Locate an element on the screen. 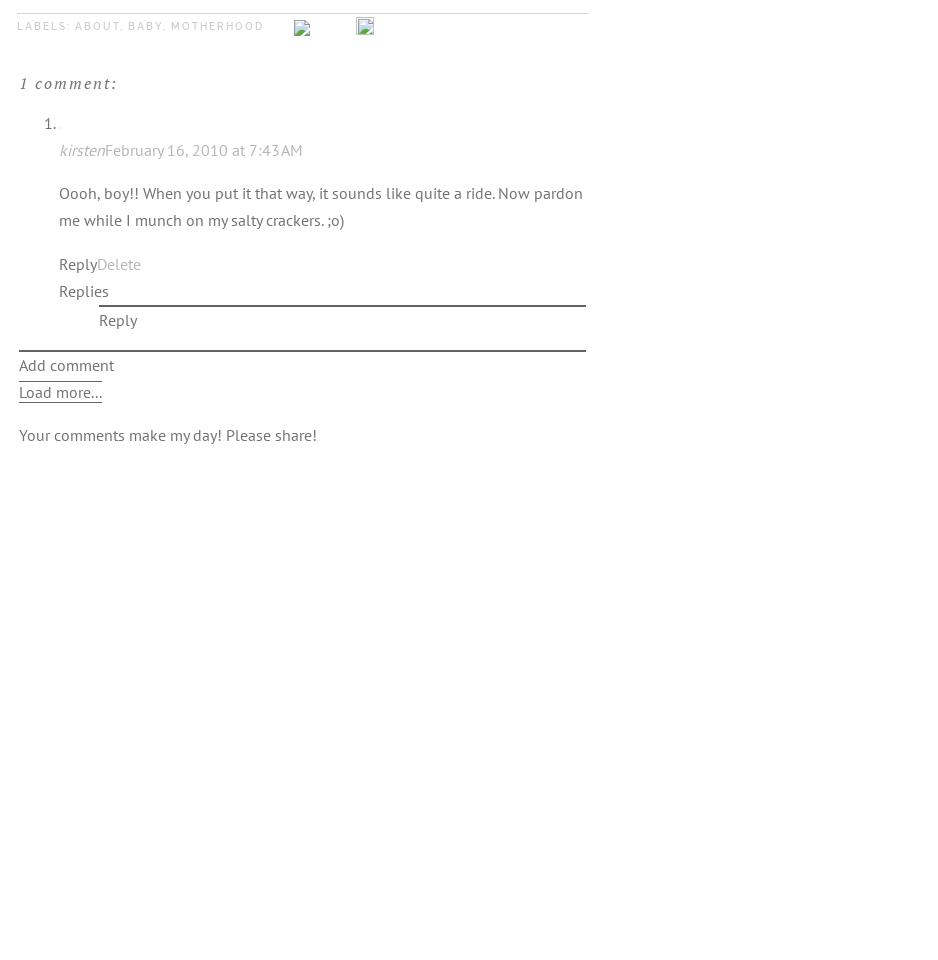 The image size is (938, 960). '1 comment:' is located at coordinates (68, 81).